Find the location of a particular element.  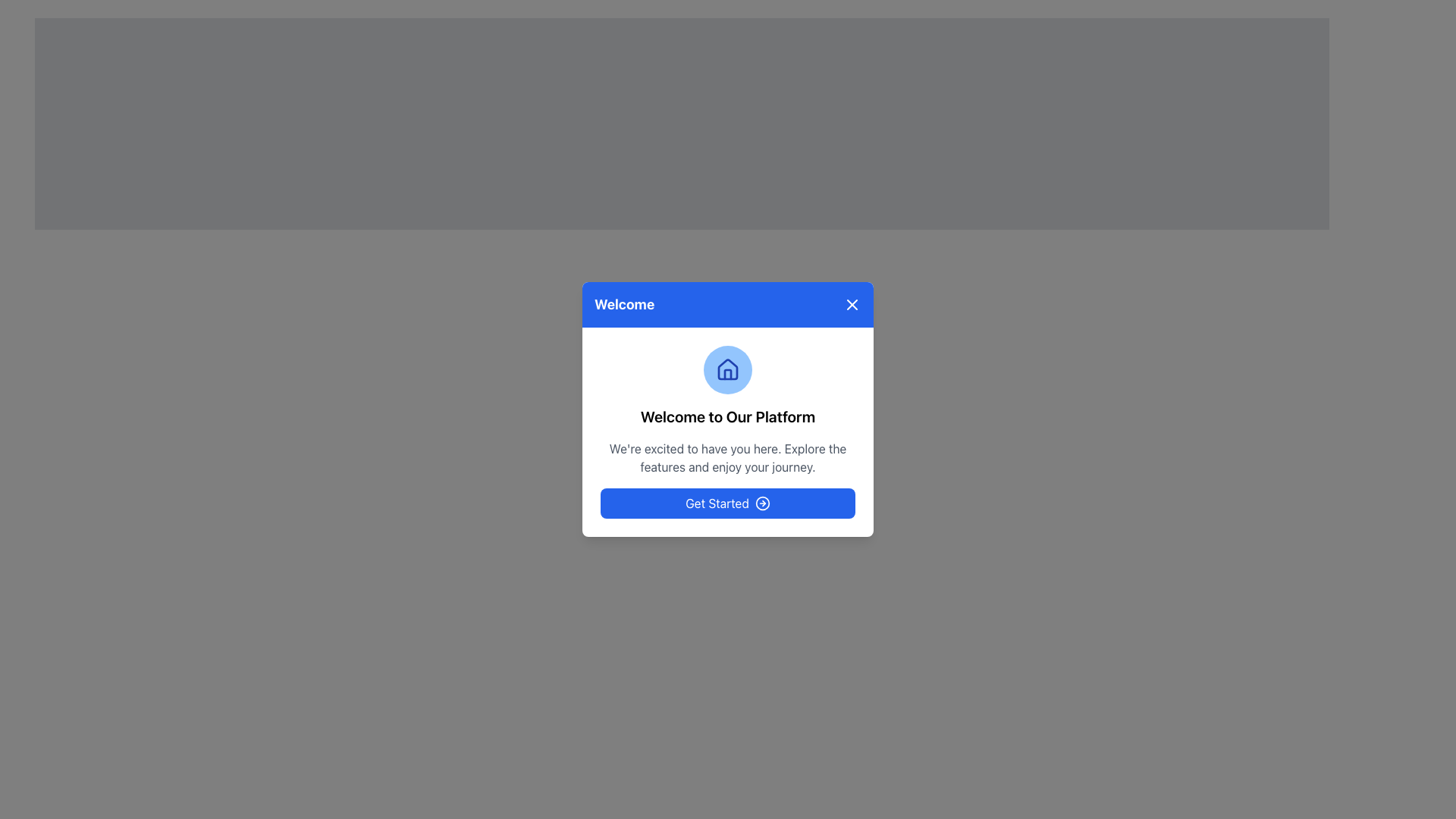

the welcoming message text block that introduces users to the platform, located between the heading 'Welcome to Our Platform' and the 'Get Started' button is located at coordinates (728, 457).